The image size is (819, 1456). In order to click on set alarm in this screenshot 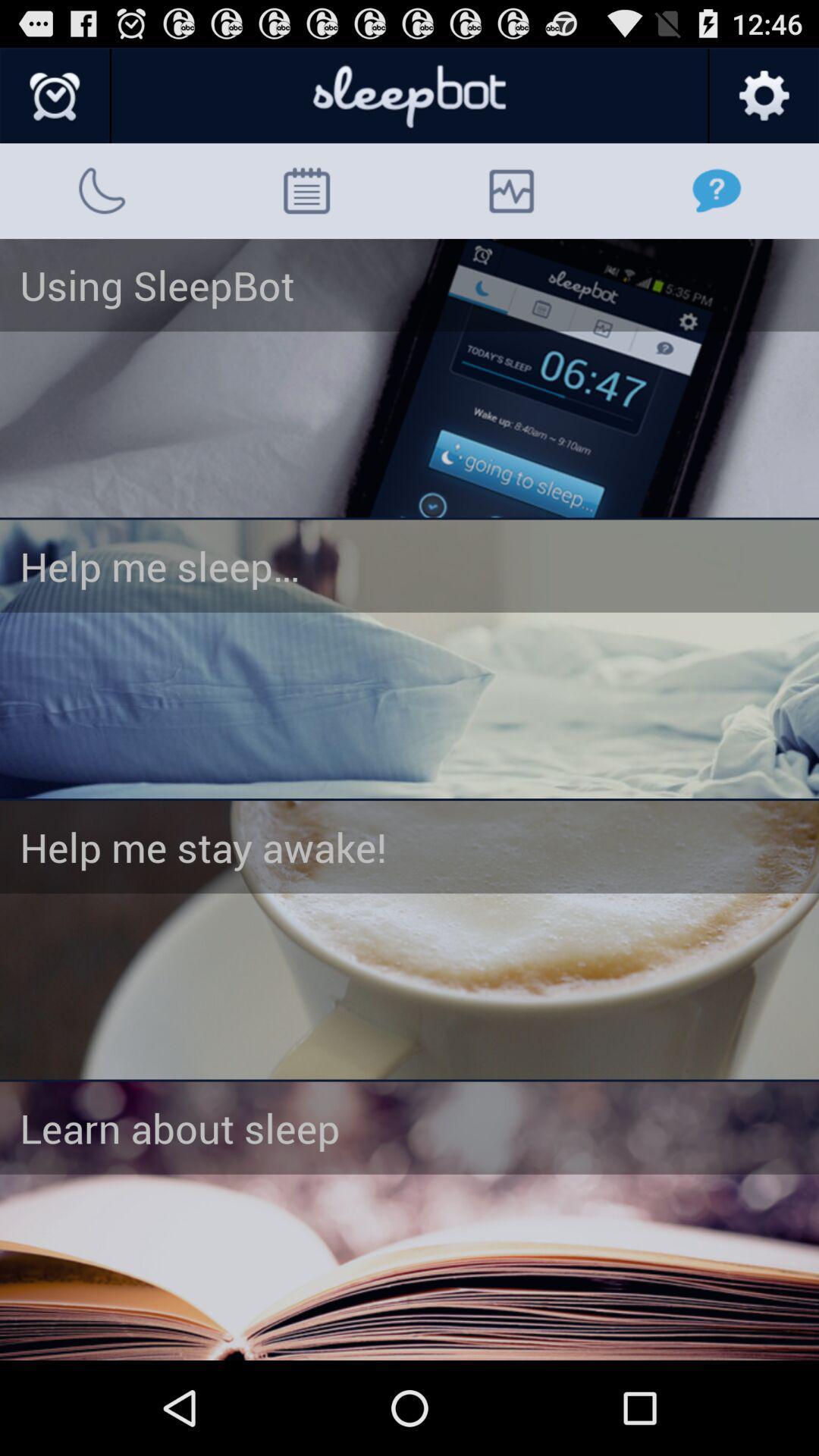, I will do `click(409, 939)`.